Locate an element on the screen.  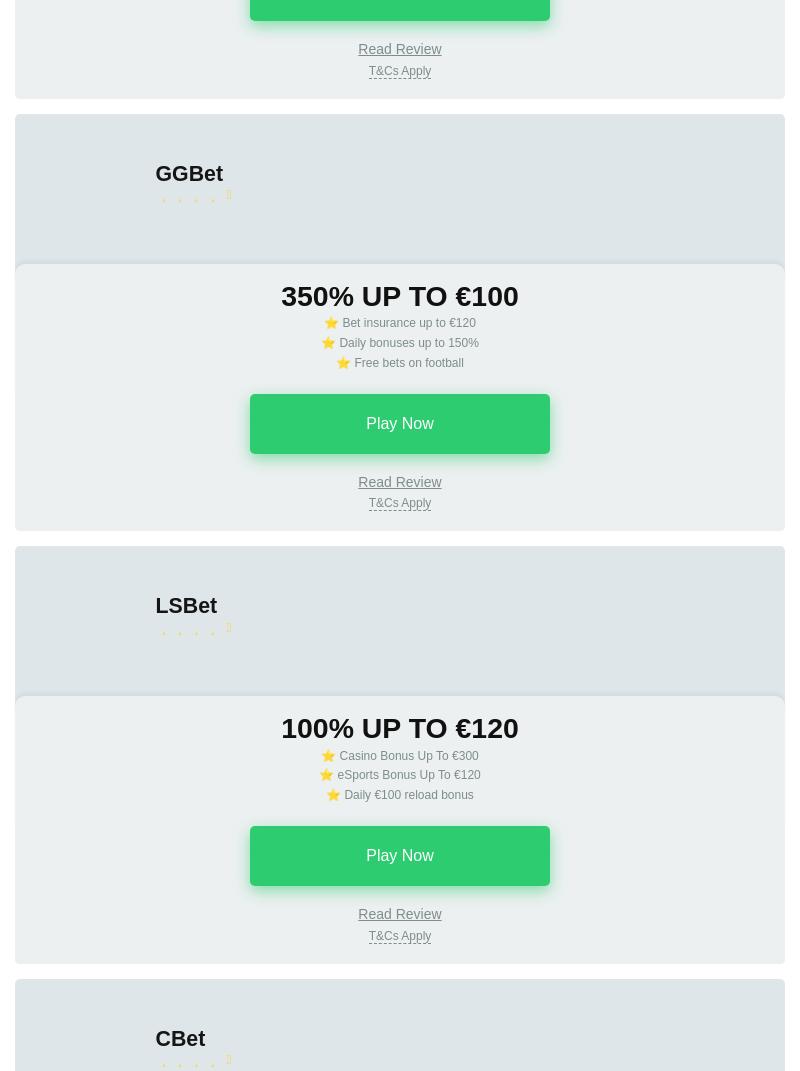
'GGBet' is located at coordinates (188, 171).